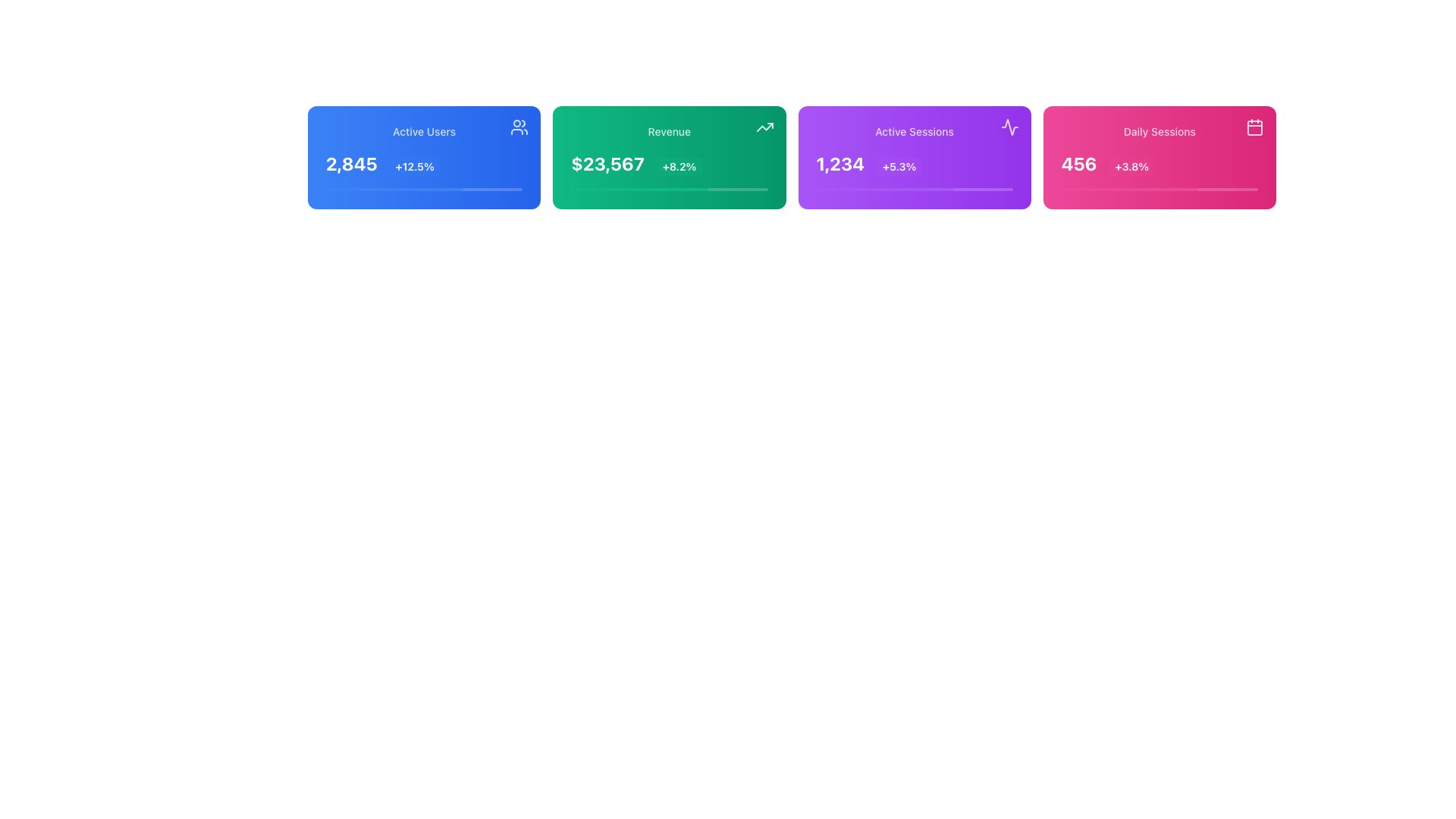 Image resolution: width=1456 pixels, height=819 pixels. What do you see at coordinates (1159, 158) in the screenshot?
I see `the Informational Card Content that displays daily sessions and change percentage, located in the fourth card from the left, centered within the card` at bounding box center [1159, 158].